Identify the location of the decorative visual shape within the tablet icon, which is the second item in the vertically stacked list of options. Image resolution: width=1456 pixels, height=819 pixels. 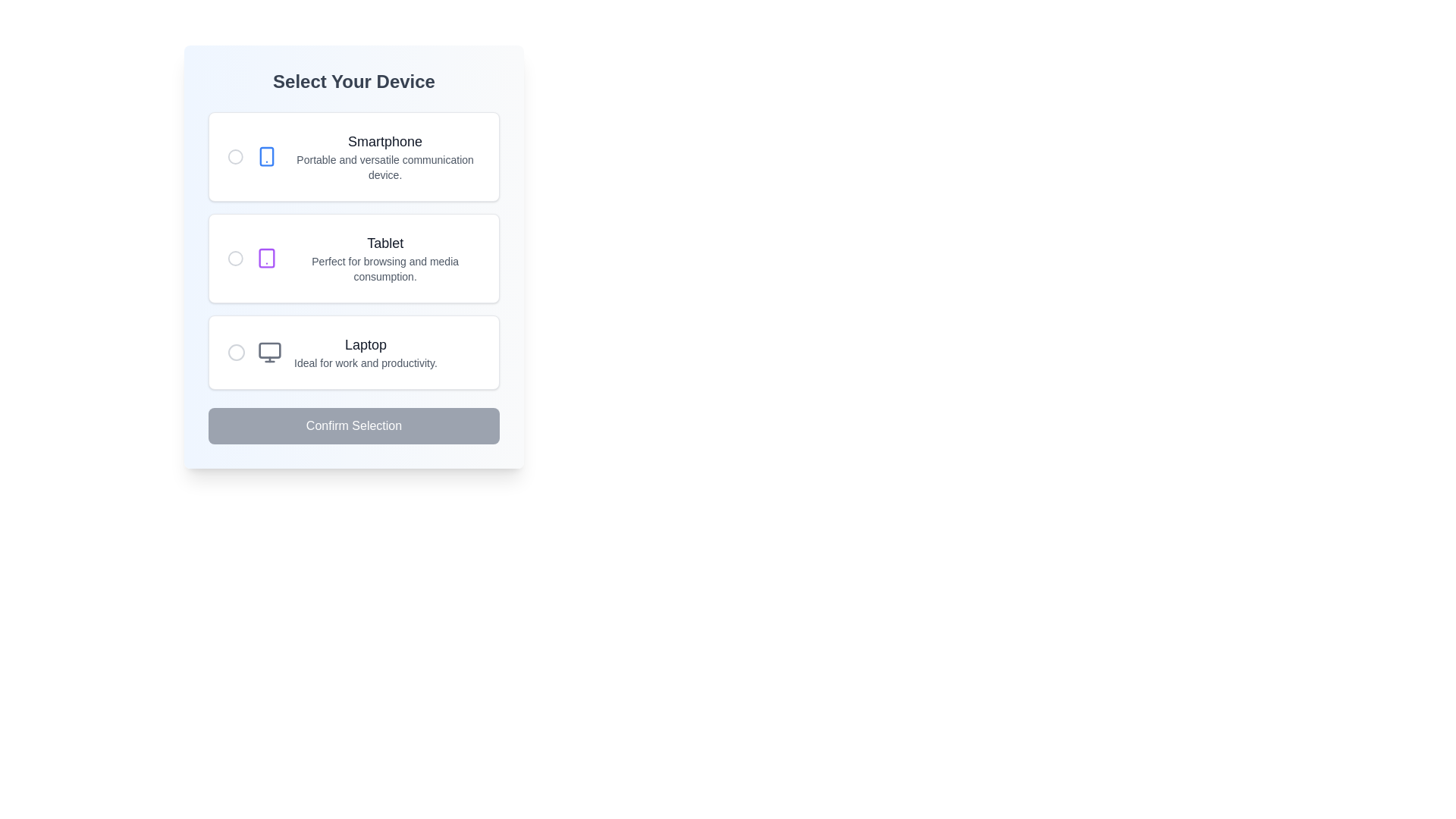
(266, 257).